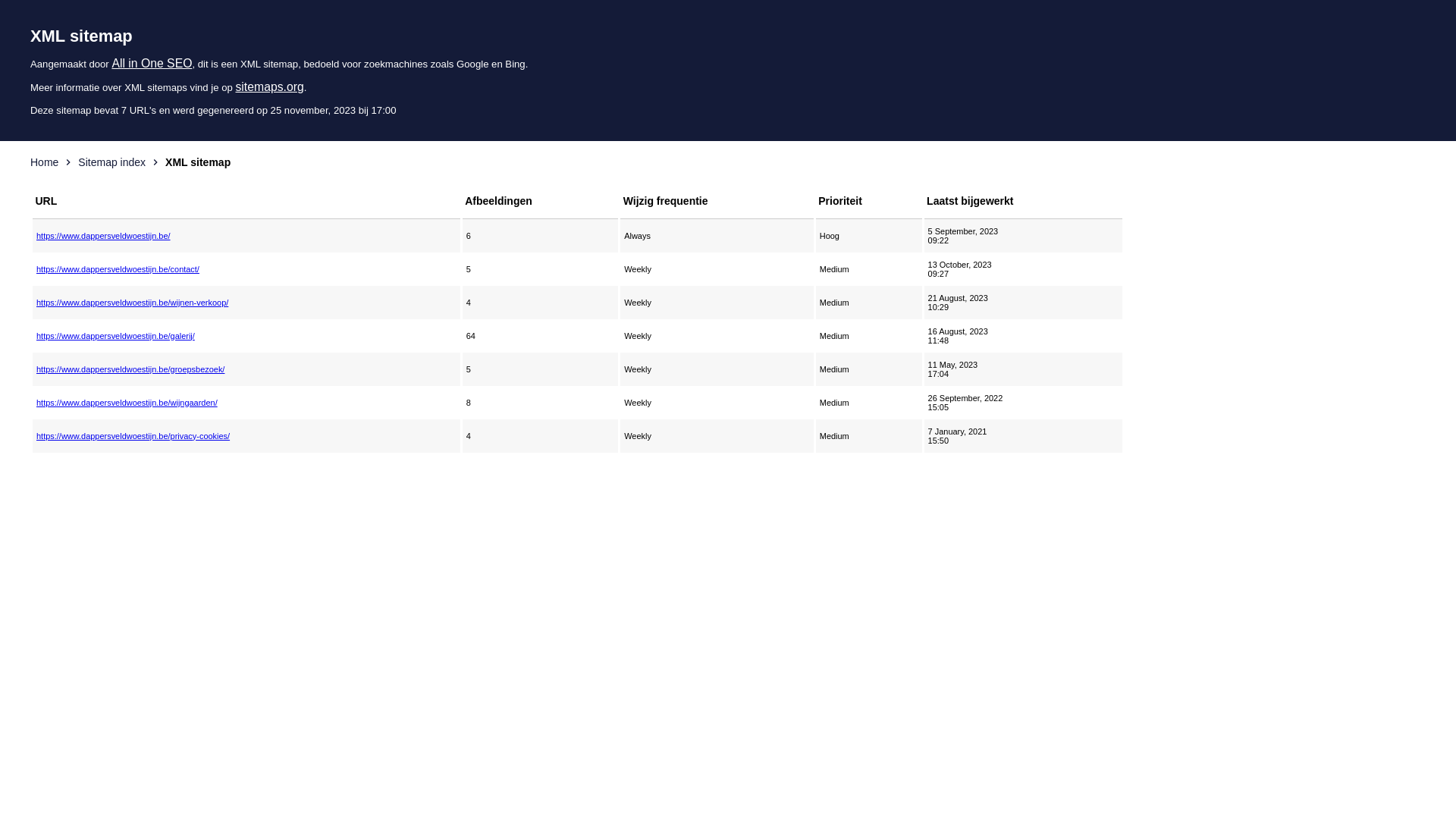  Describe the element at coordinates (111, 162) in the screenshot. I see `'Sitemap index'` at that location.